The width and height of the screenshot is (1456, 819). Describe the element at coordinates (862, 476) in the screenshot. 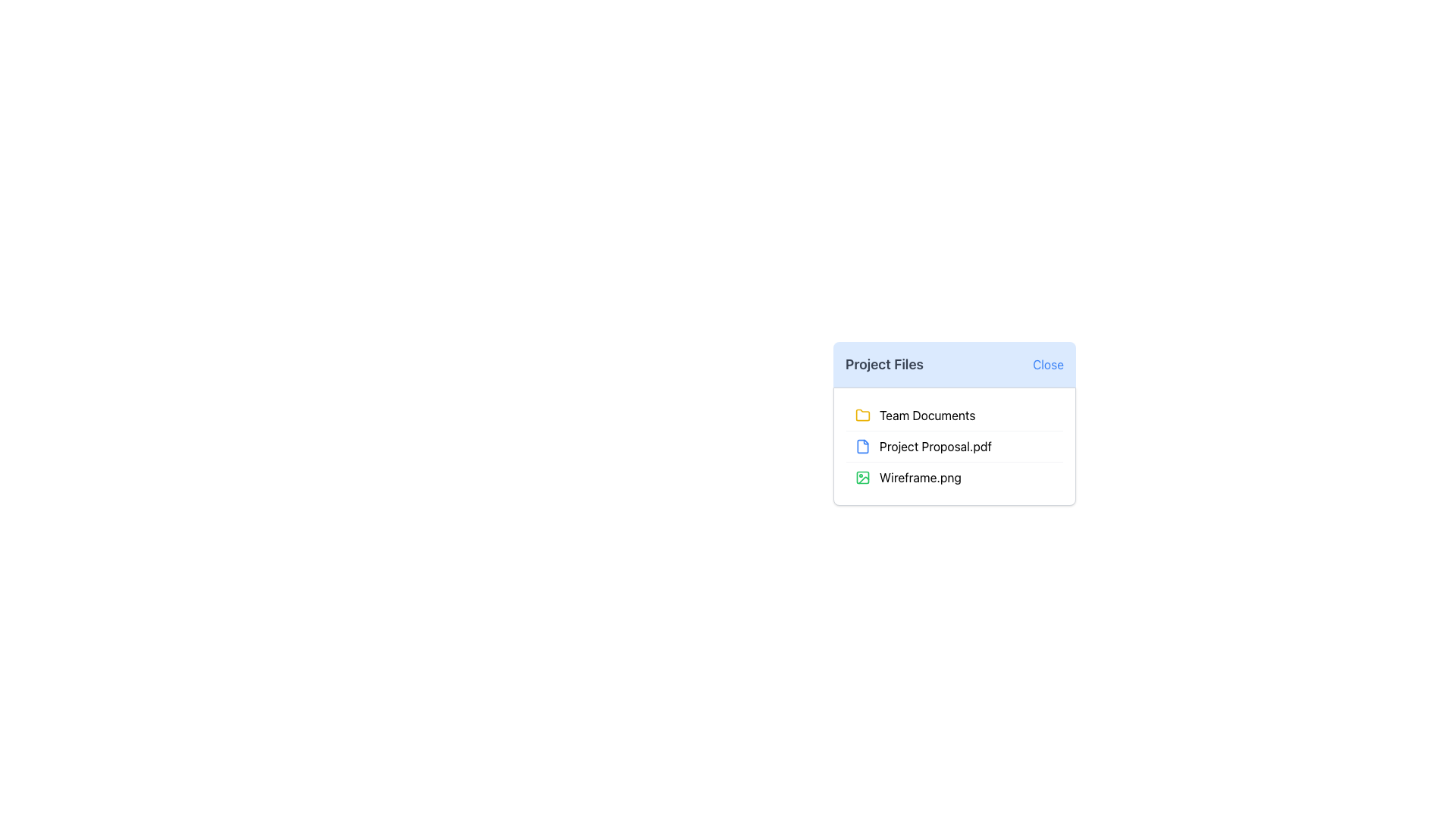

I see `the green file type icon representing 'Wireframe.png', which is located in a vertical card-style file display, positioned to the left of the text and below 'Project Proposal.pdf'` at that location.